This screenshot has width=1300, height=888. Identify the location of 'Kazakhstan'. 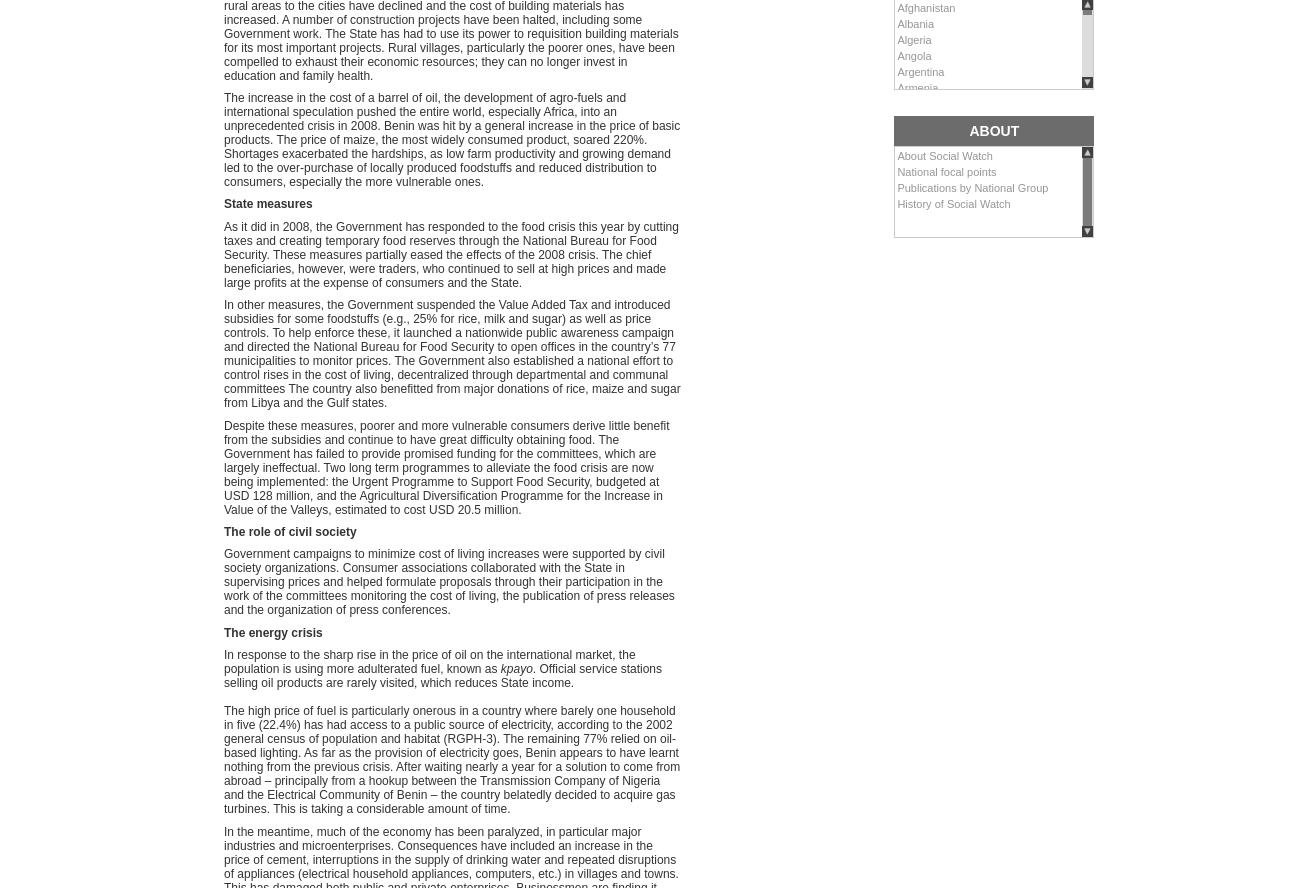
(925, 773).